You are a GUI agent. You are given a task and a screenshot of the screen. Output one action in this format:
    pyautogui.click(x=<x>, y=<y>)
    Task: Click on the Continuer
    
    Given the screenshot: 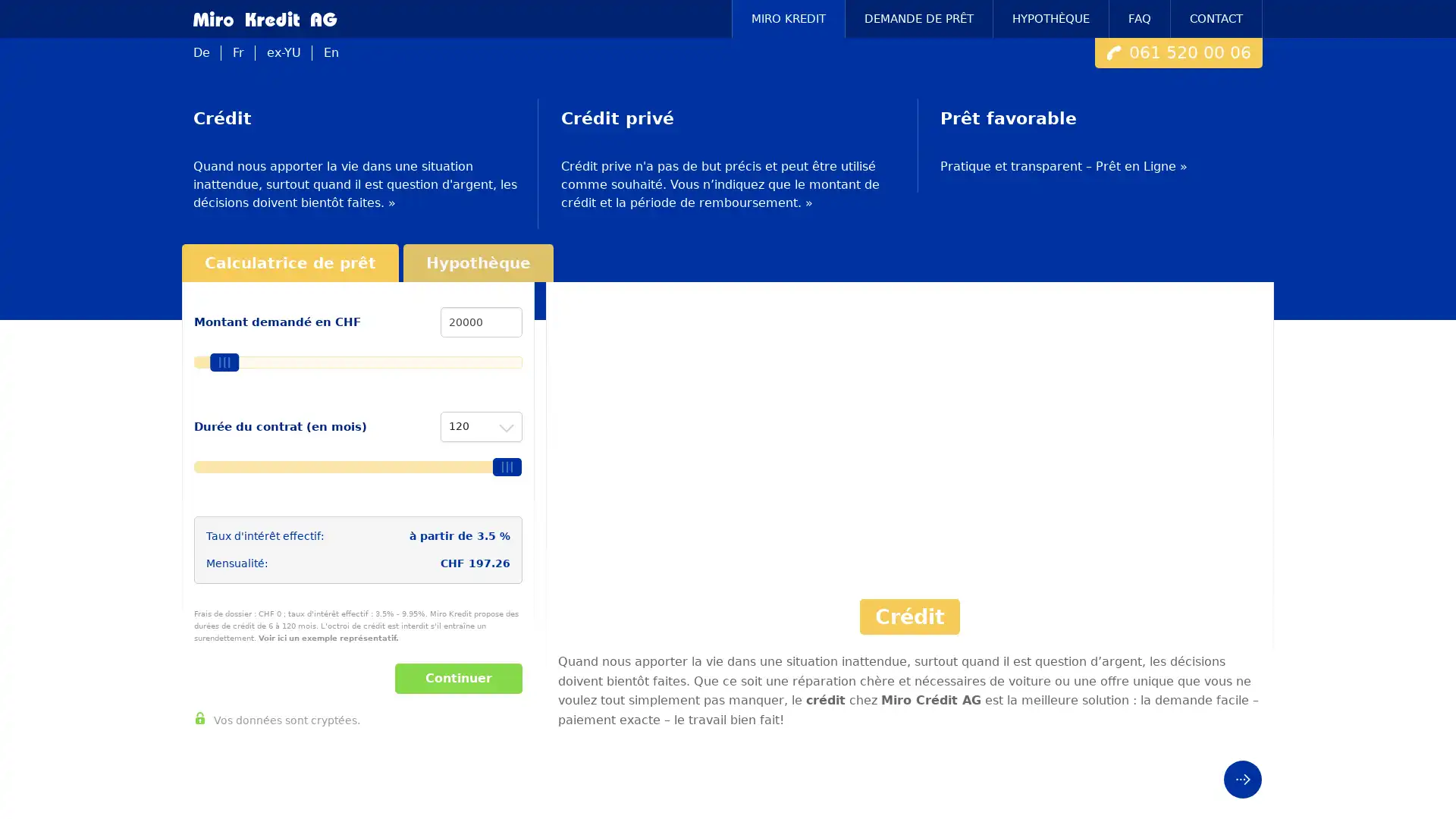 What is the action you would take?
    pyautogui.click(x=457, y=677)
    